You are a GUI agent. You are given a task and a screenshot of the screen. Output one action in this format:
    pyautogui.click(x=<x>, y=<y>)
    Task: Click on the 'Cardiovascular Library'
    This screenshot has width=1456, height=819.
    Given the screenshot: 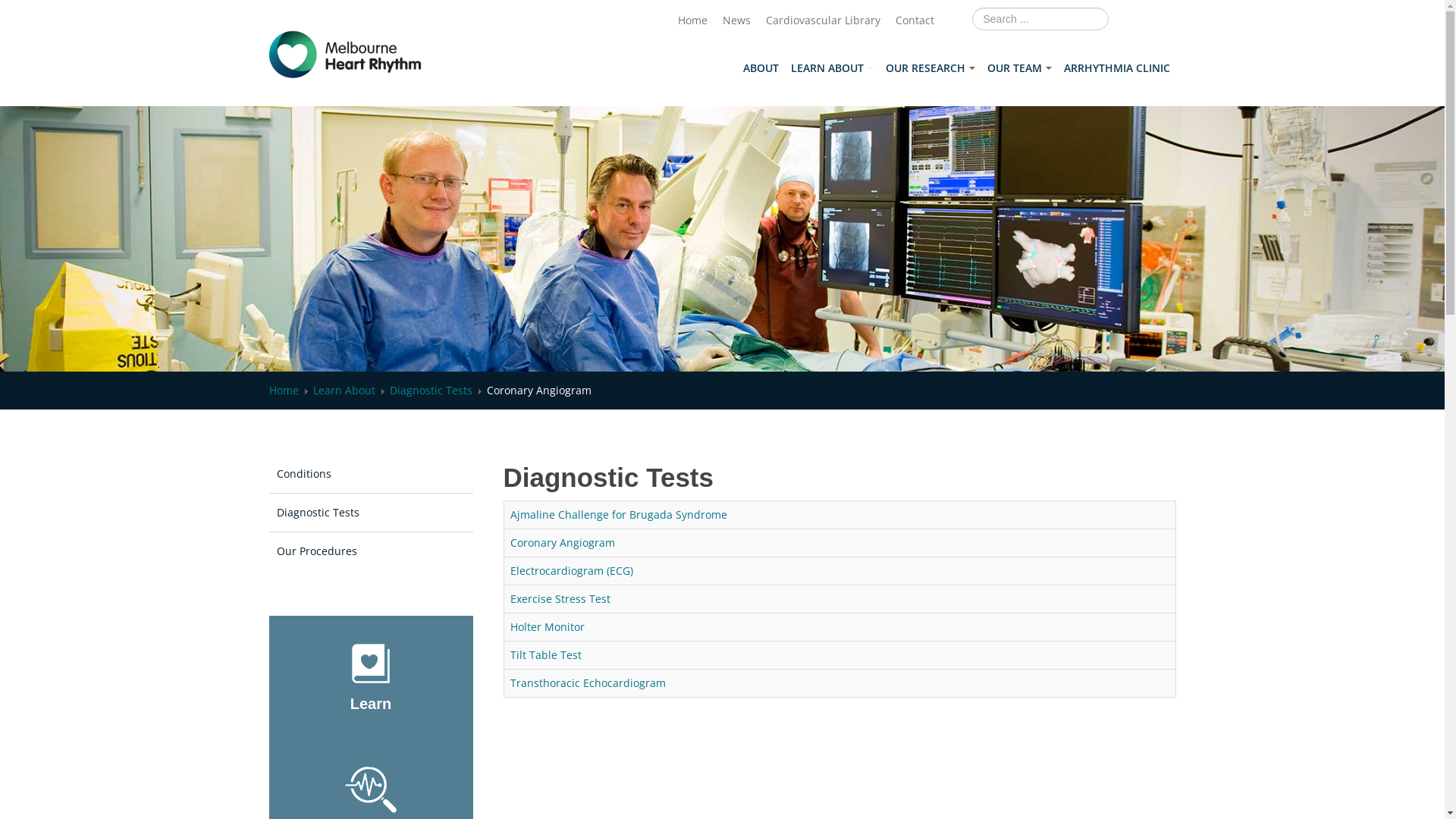 What is the action you would take?
    pyautogui.click(x=822, y=20)
    